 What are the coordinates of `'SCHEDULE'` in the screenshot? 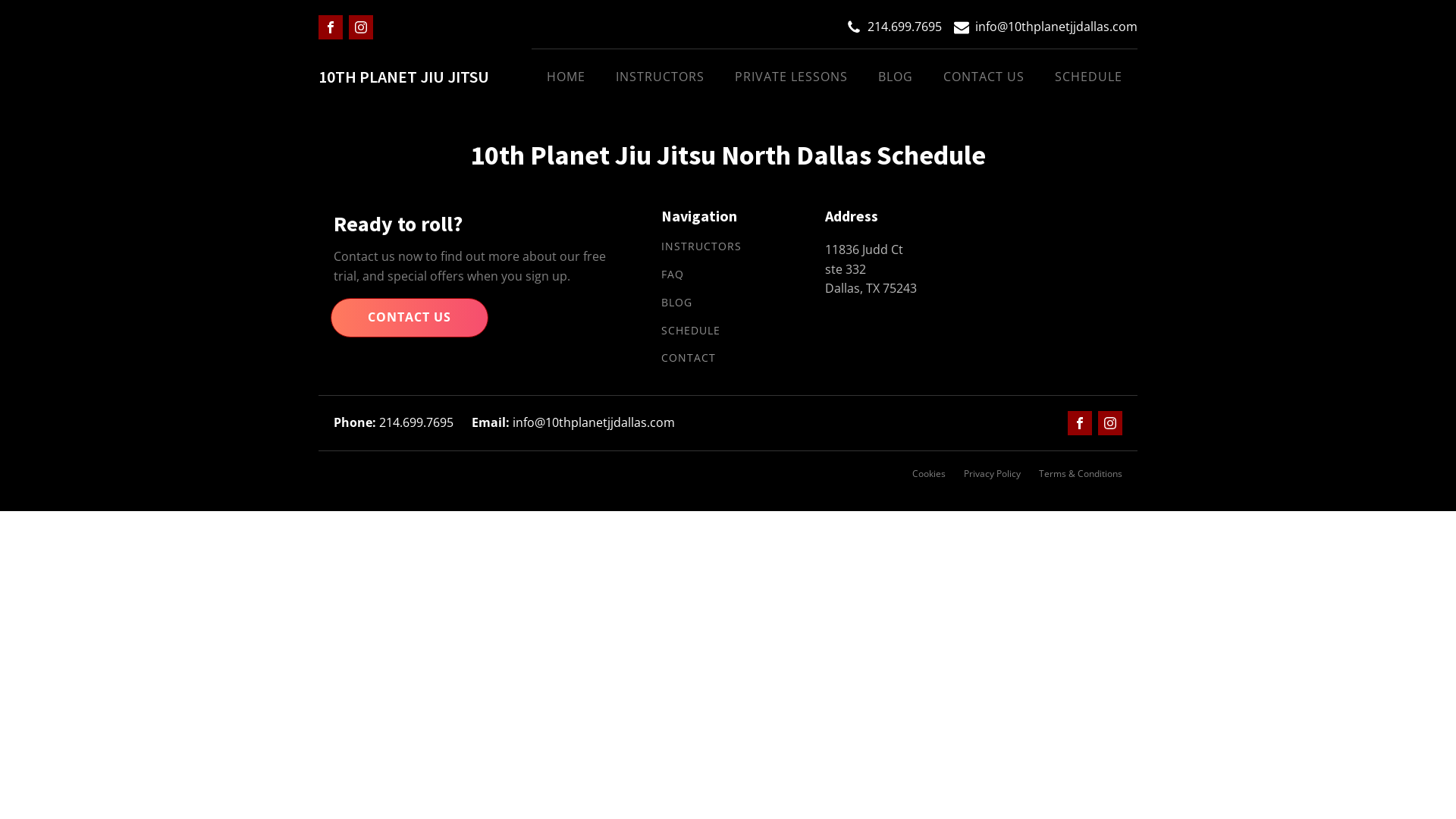 It's located at (690, 330).